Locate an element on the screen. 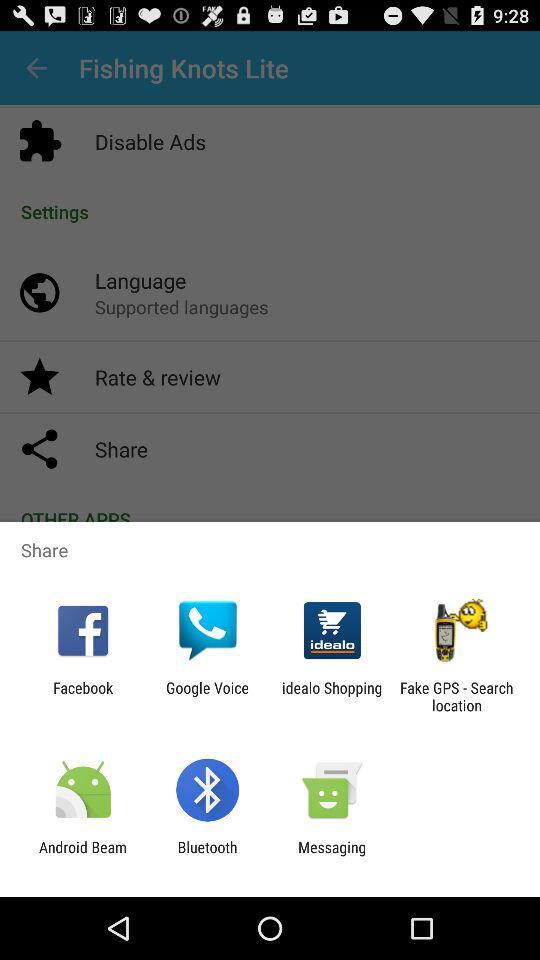  item next to the google voice app is located at coordinates (82, 696).